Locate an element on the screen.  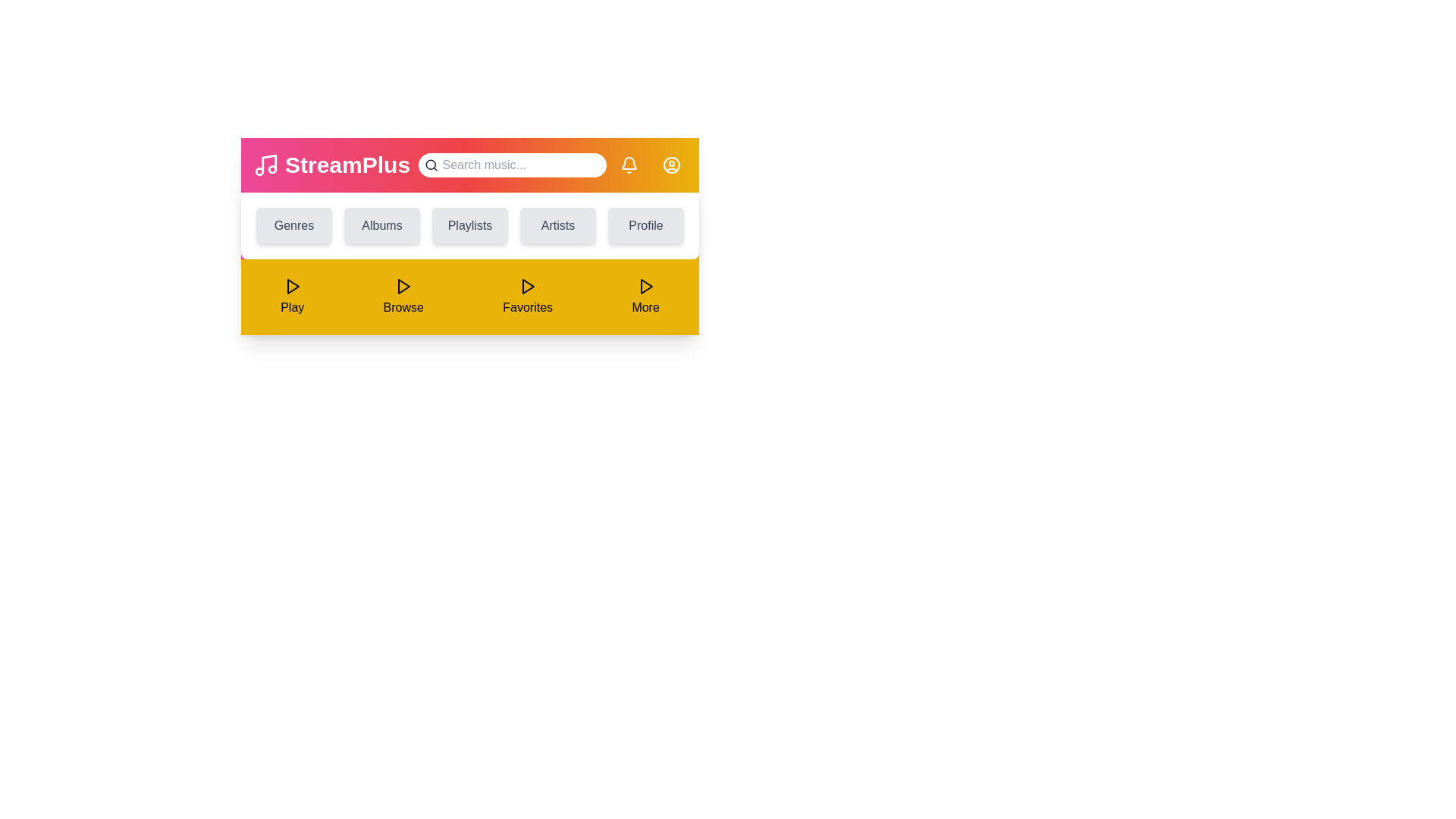
the bell icon to check notifications is located at coordinates (629, 165).